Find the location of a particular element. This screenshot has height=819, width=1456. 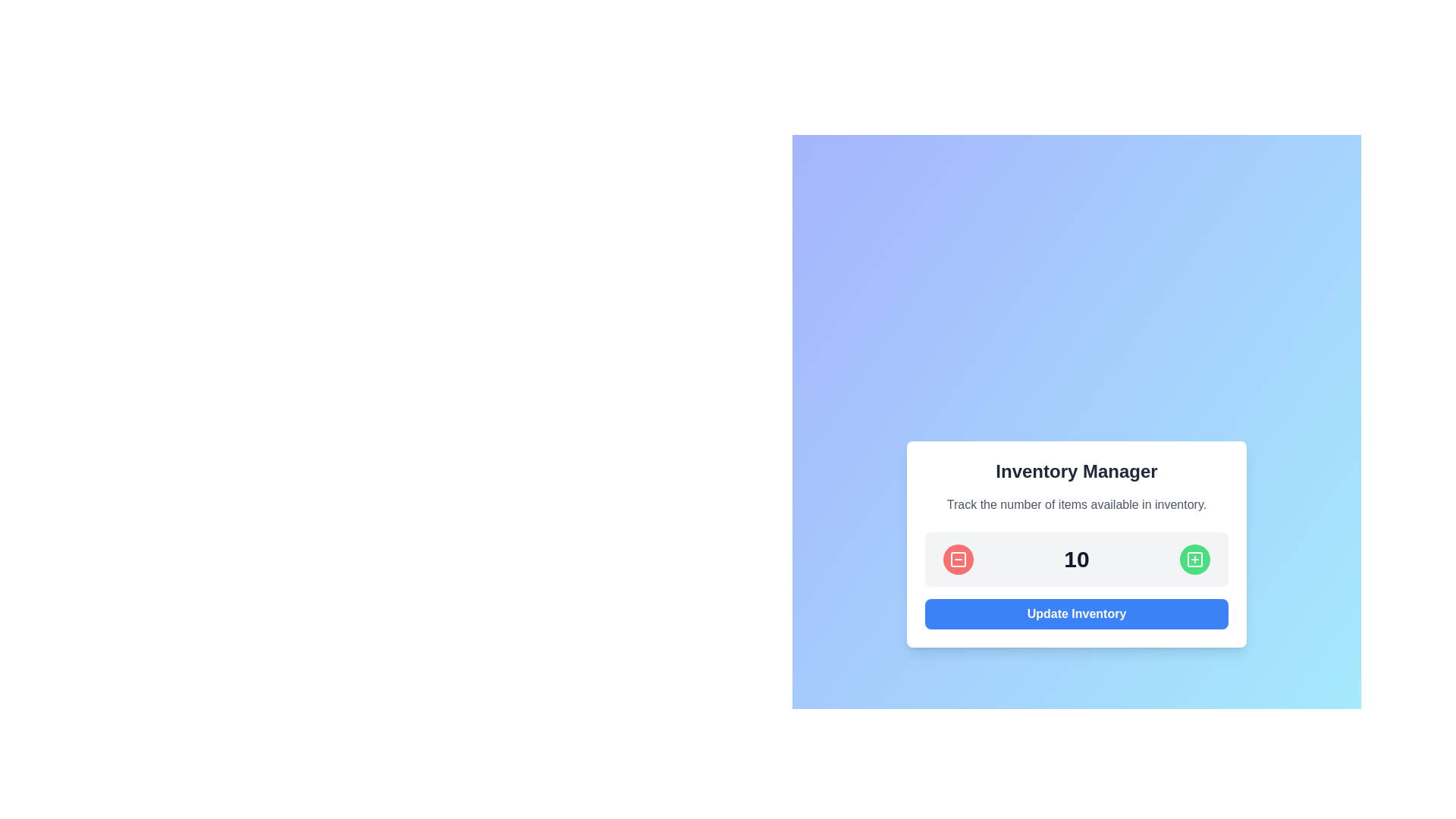

the increment button located to the right of the number '10' to increase the count is located at coordinates (1194, 559).